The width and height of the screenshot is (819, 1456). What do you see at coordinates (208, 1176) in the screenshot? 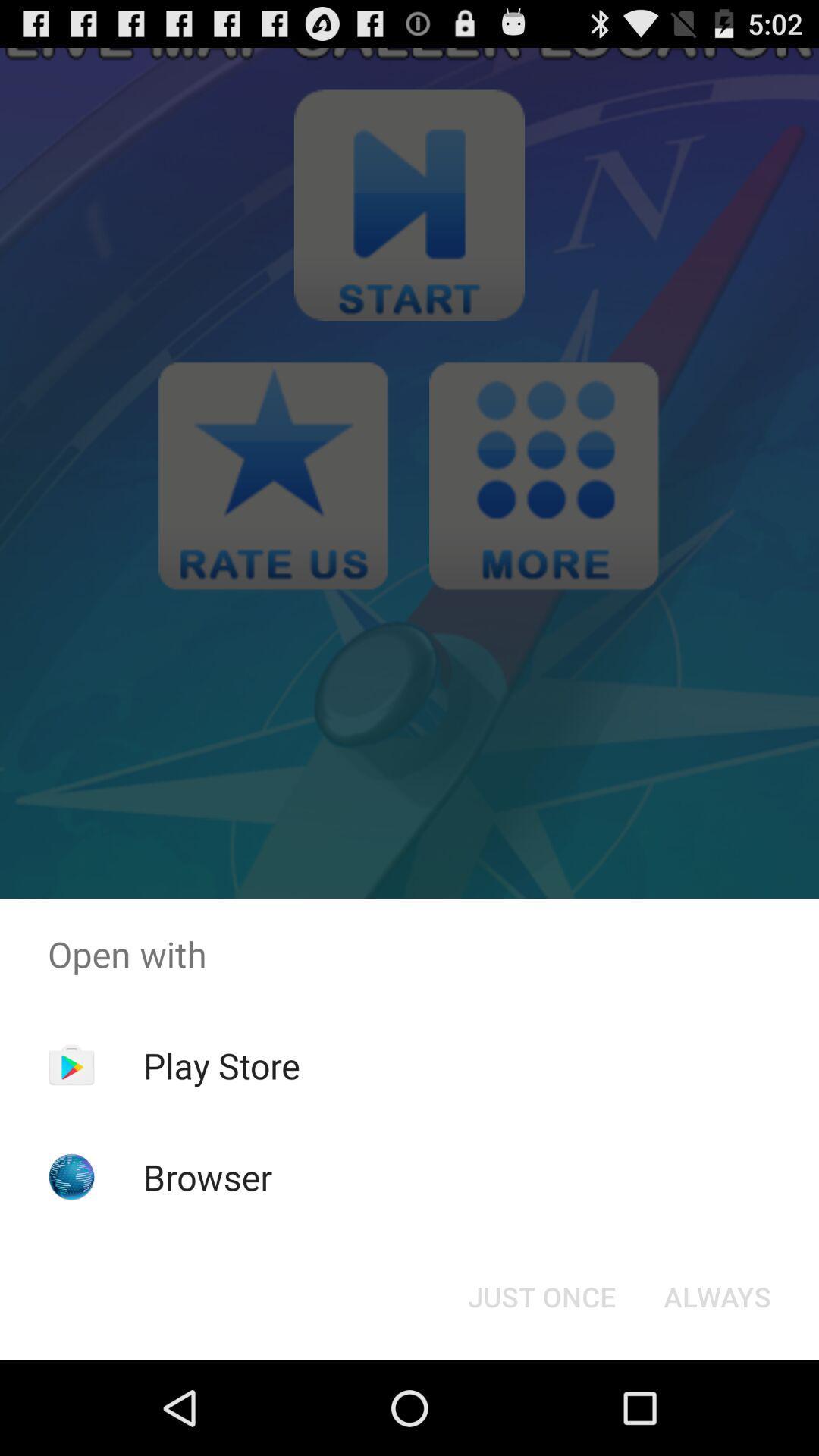
I see `item below play store icon` at bounding box center [208, 1176].